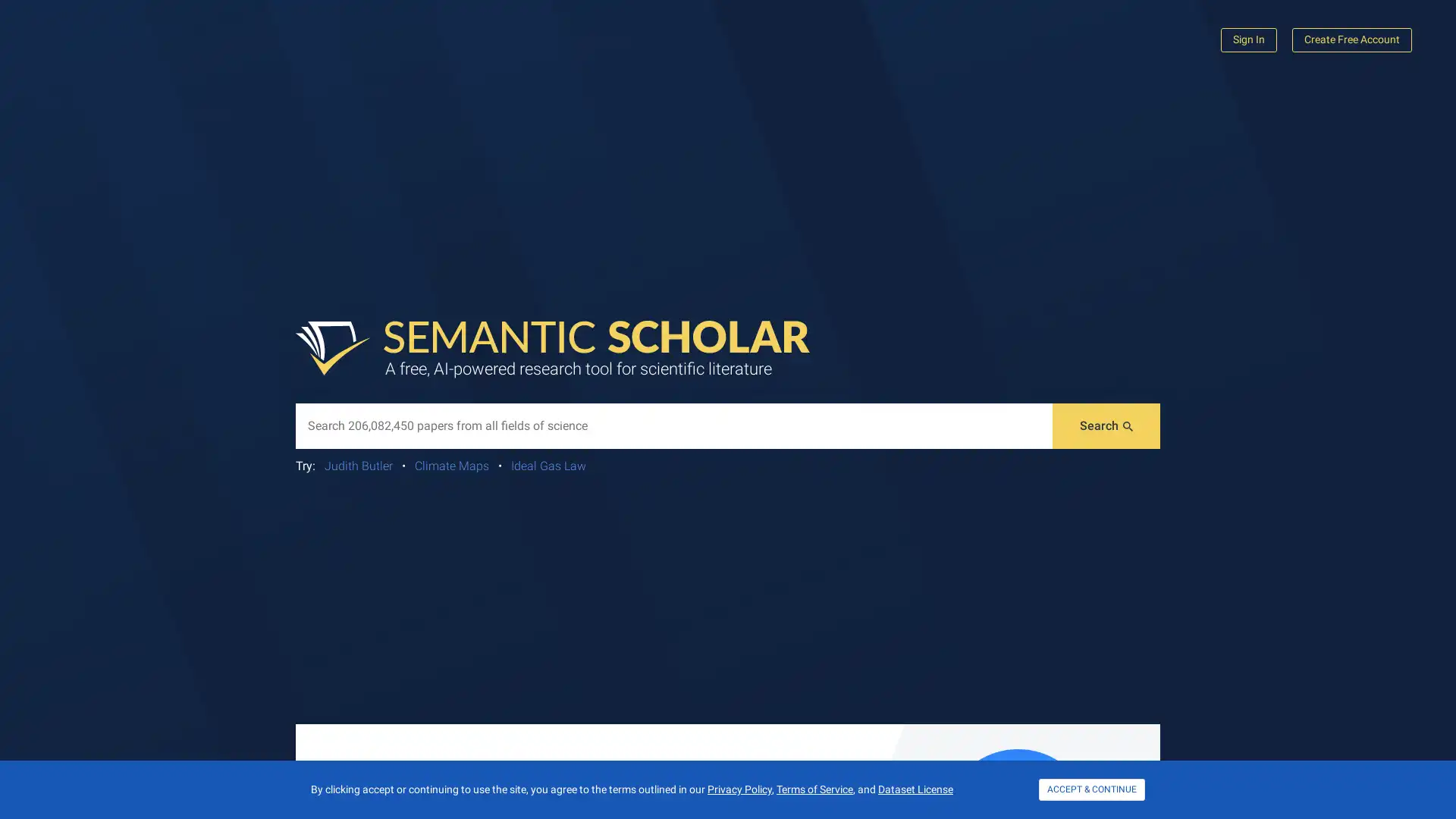 This screenshot has height=819, width=1456. What do you see at coordinates (1092, 789) in the screenshot?
I see `ACCEPT & CONTINUE` at bounding box center [1092, 789].